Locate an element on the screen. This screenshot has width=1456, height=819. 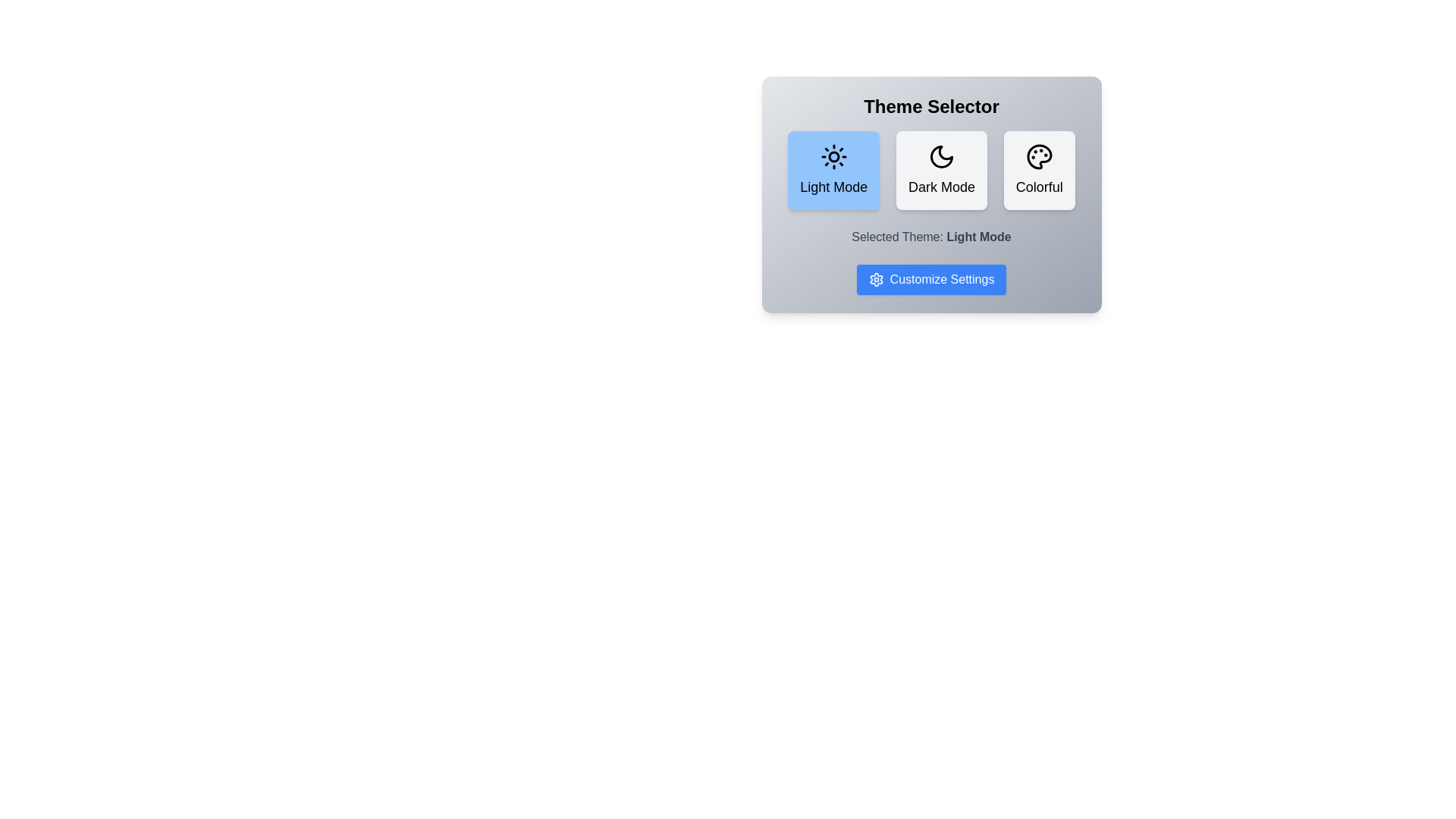
the 'Customize Settings' button is located at coordinates (930, 280).